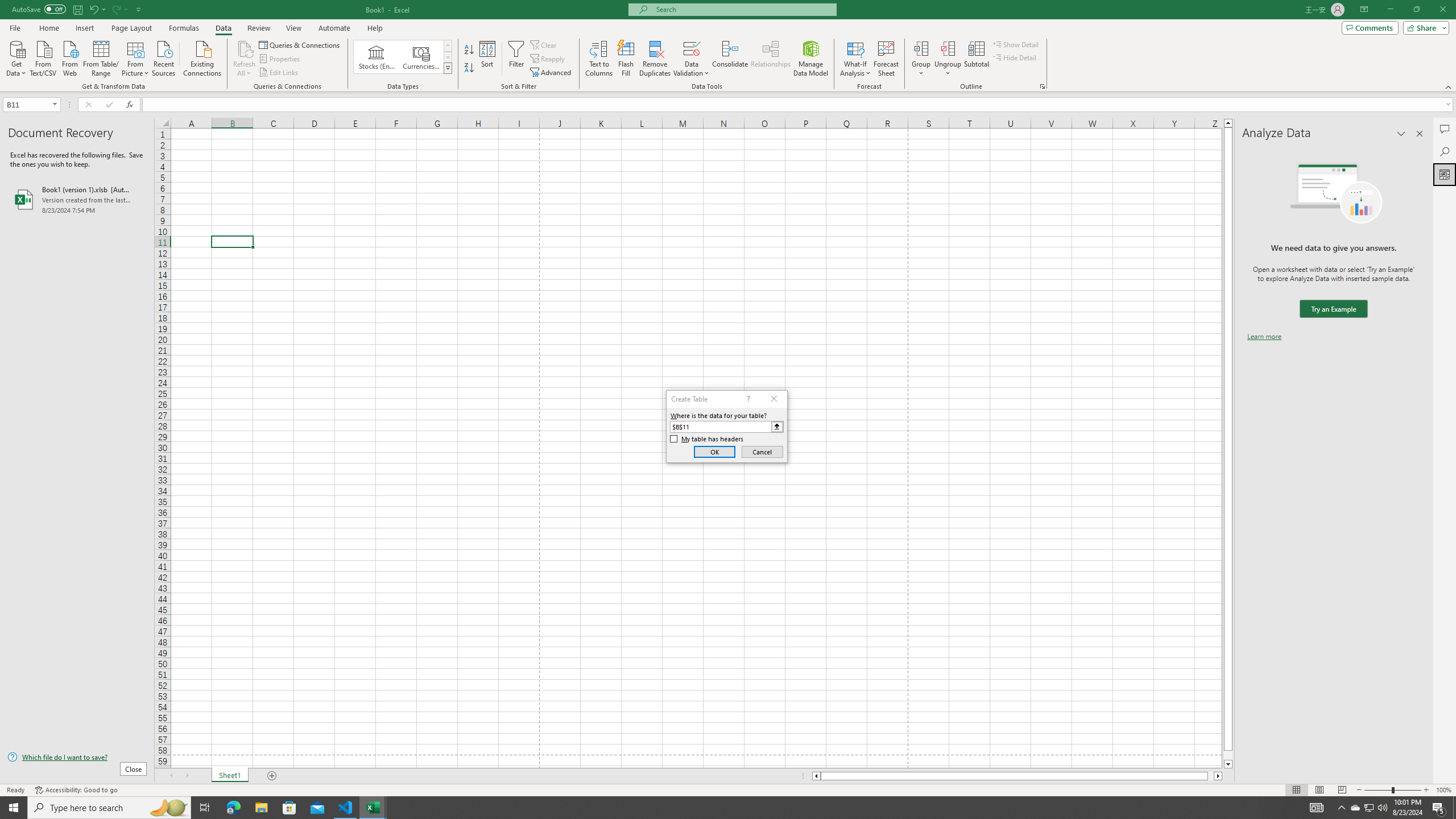 Image resolution: width=1456 pixels, height=819 pixels. Describe the element at coordinates (469, 49) in the screenshot. I see `'Sort A to Z'` at that location.